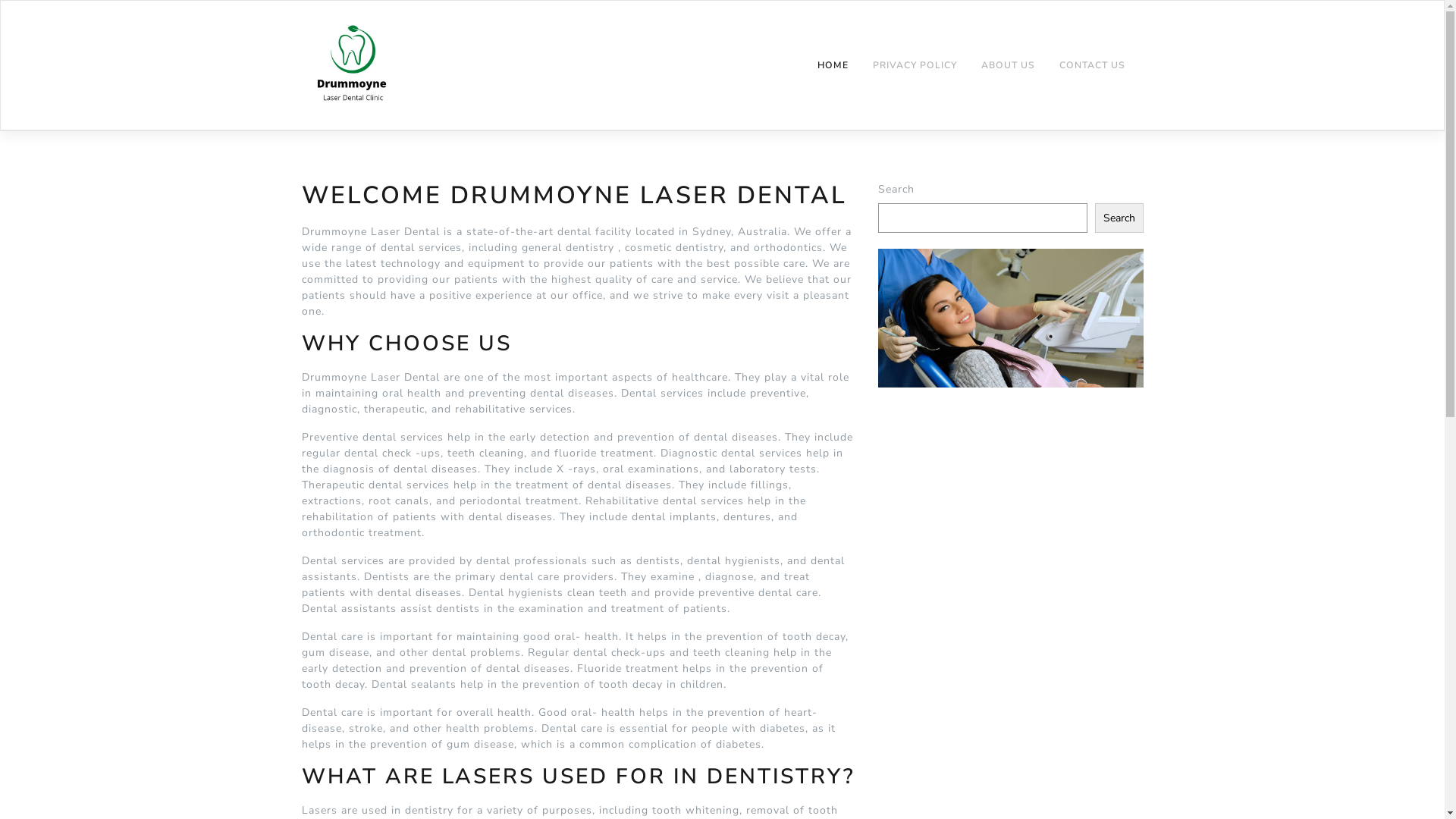  I want to click on 'HOME', so click(811, 64).